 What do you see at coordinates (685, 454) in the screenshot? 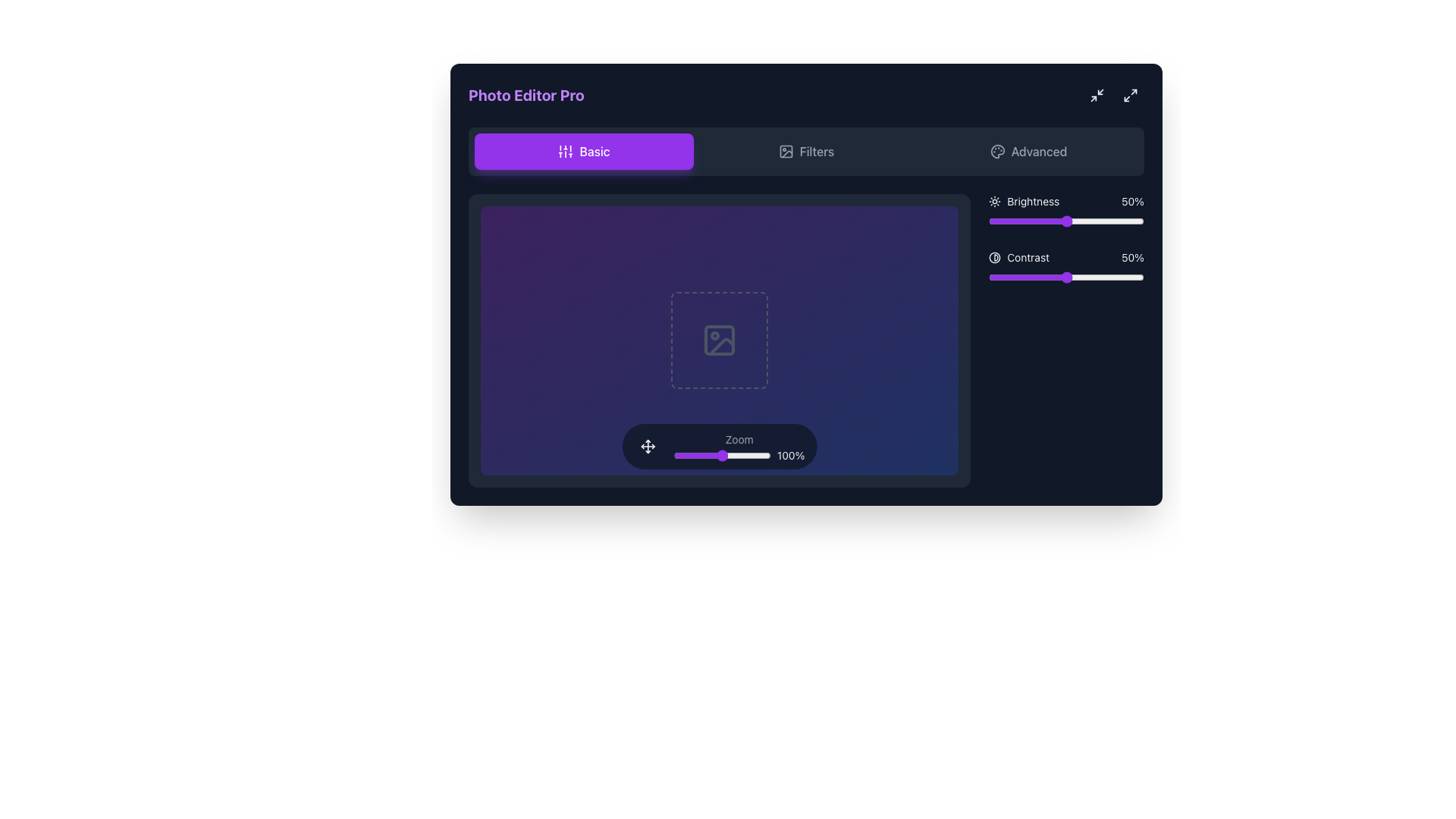
I see `the zoom level` at bounding box center [685, 454].